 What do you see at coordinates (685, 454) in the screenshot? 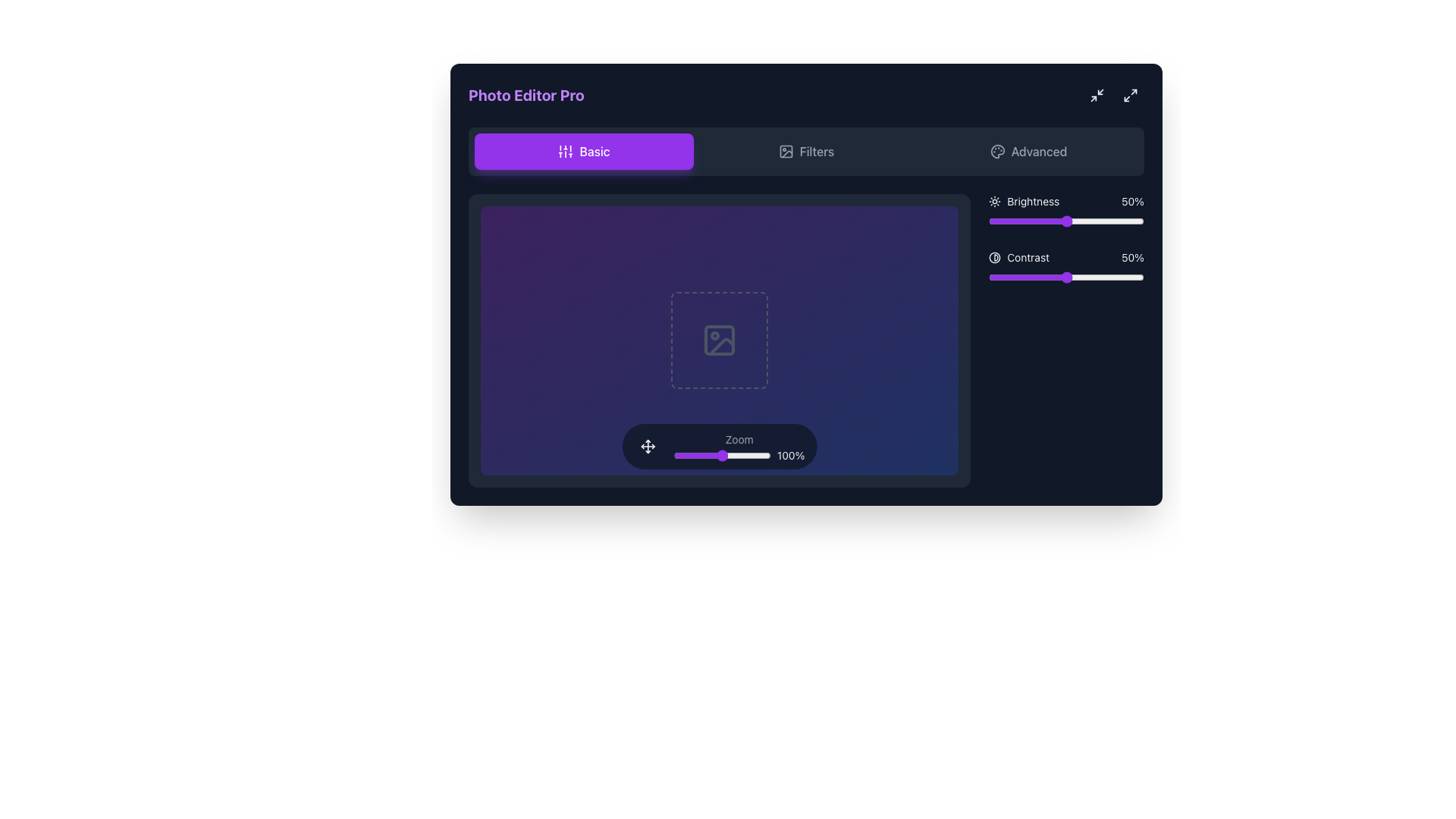
I see `the zoom level` at bounding box center [685, 454].